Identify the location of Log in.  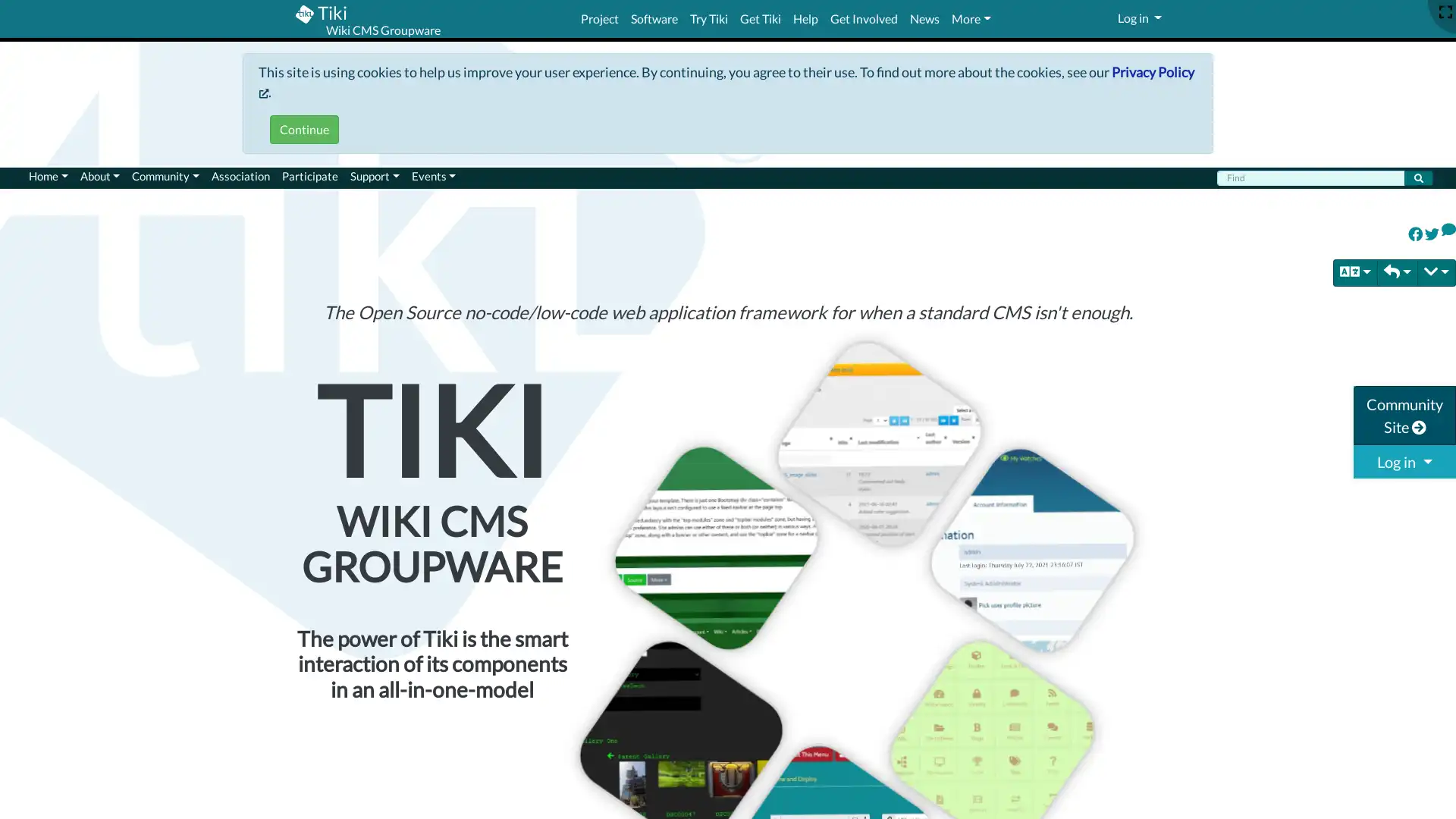
(1139, 17).